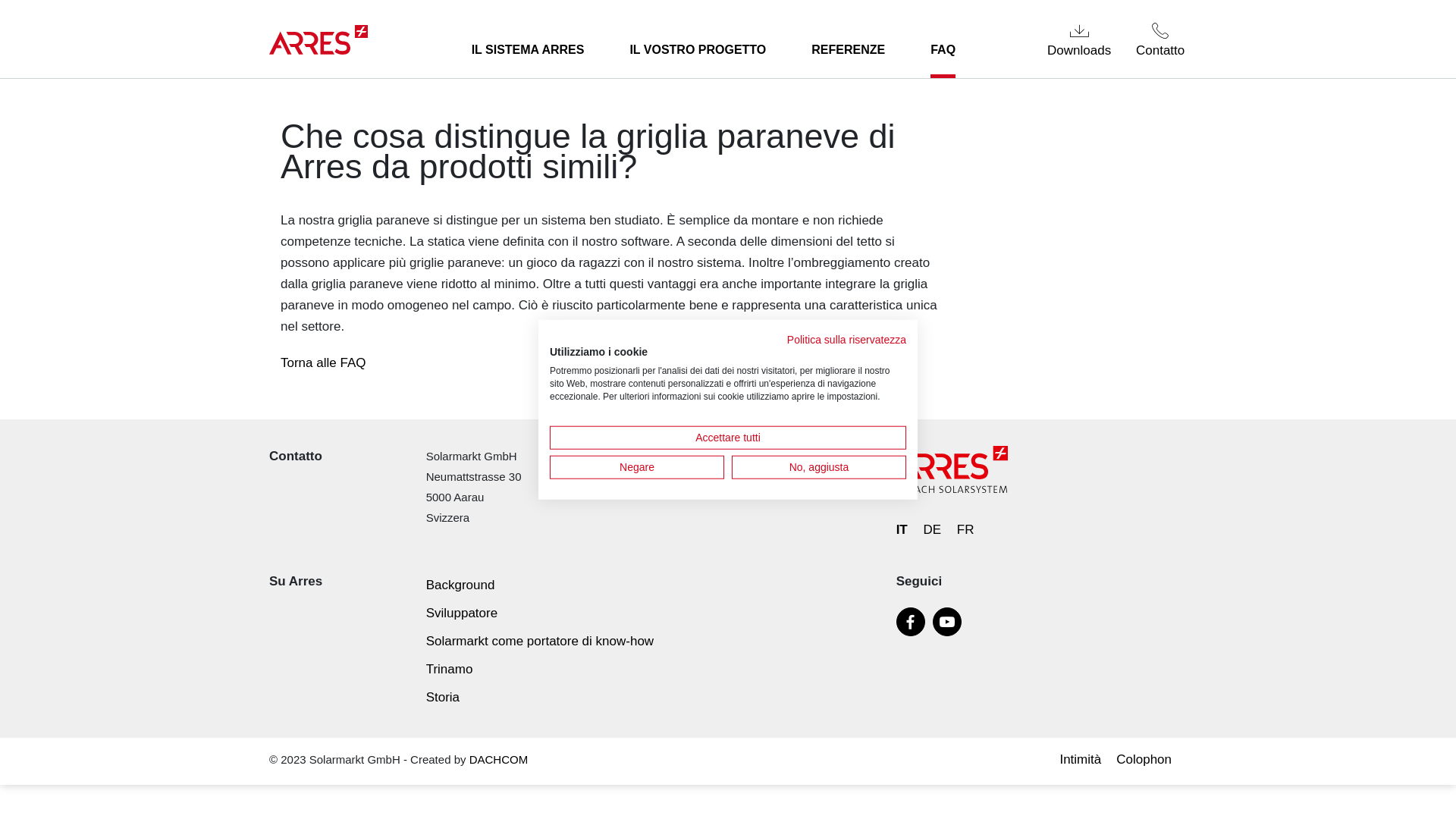  I want to click on 'Trinamo', so click(449, 668).